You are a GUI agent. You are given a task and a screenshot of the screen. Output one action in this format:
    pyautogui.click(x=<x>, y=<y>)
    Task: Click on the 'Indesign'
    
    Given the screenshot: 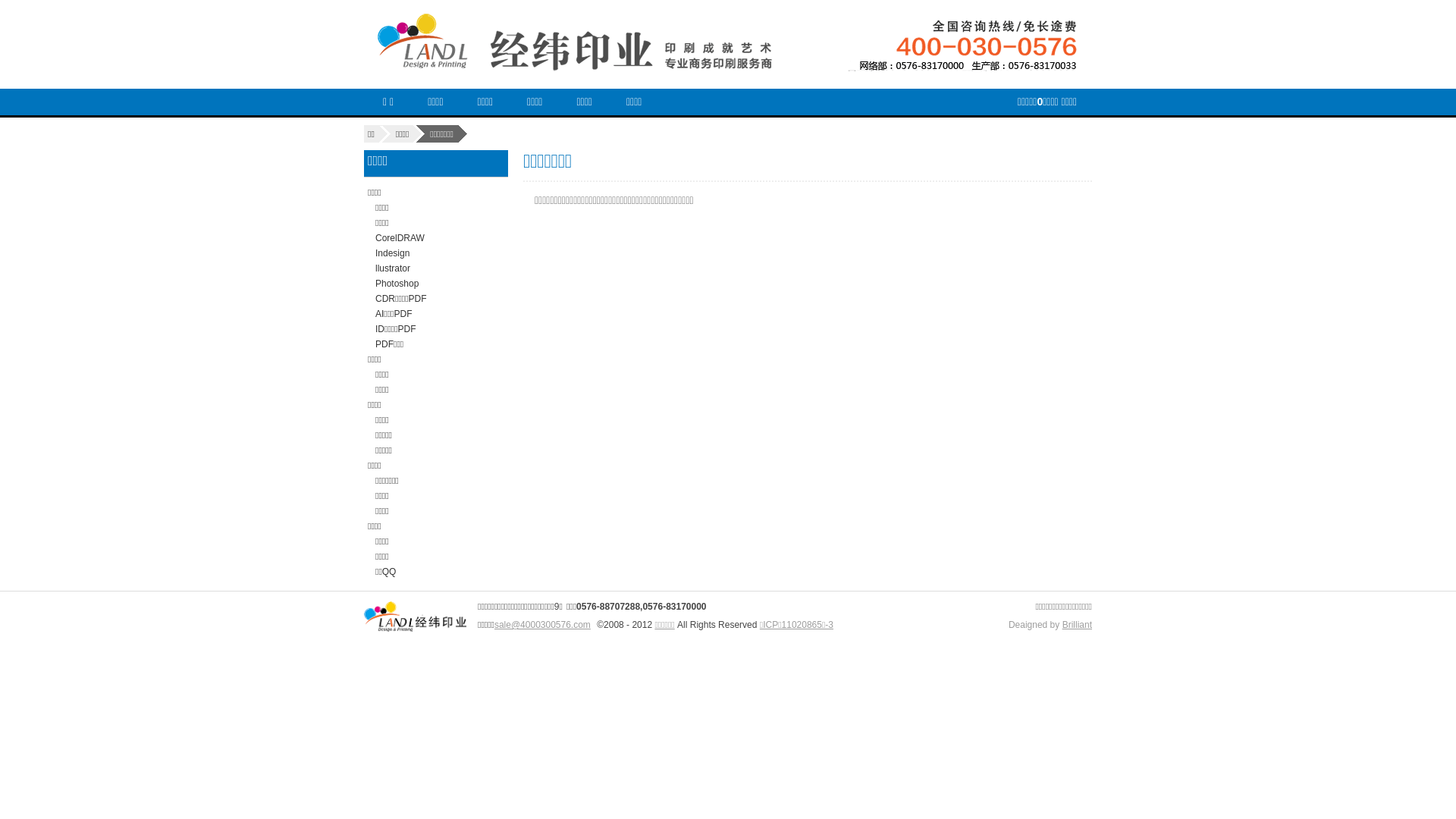 What is the action you would take?
    pyautogui.click(x=392, y=253)
    